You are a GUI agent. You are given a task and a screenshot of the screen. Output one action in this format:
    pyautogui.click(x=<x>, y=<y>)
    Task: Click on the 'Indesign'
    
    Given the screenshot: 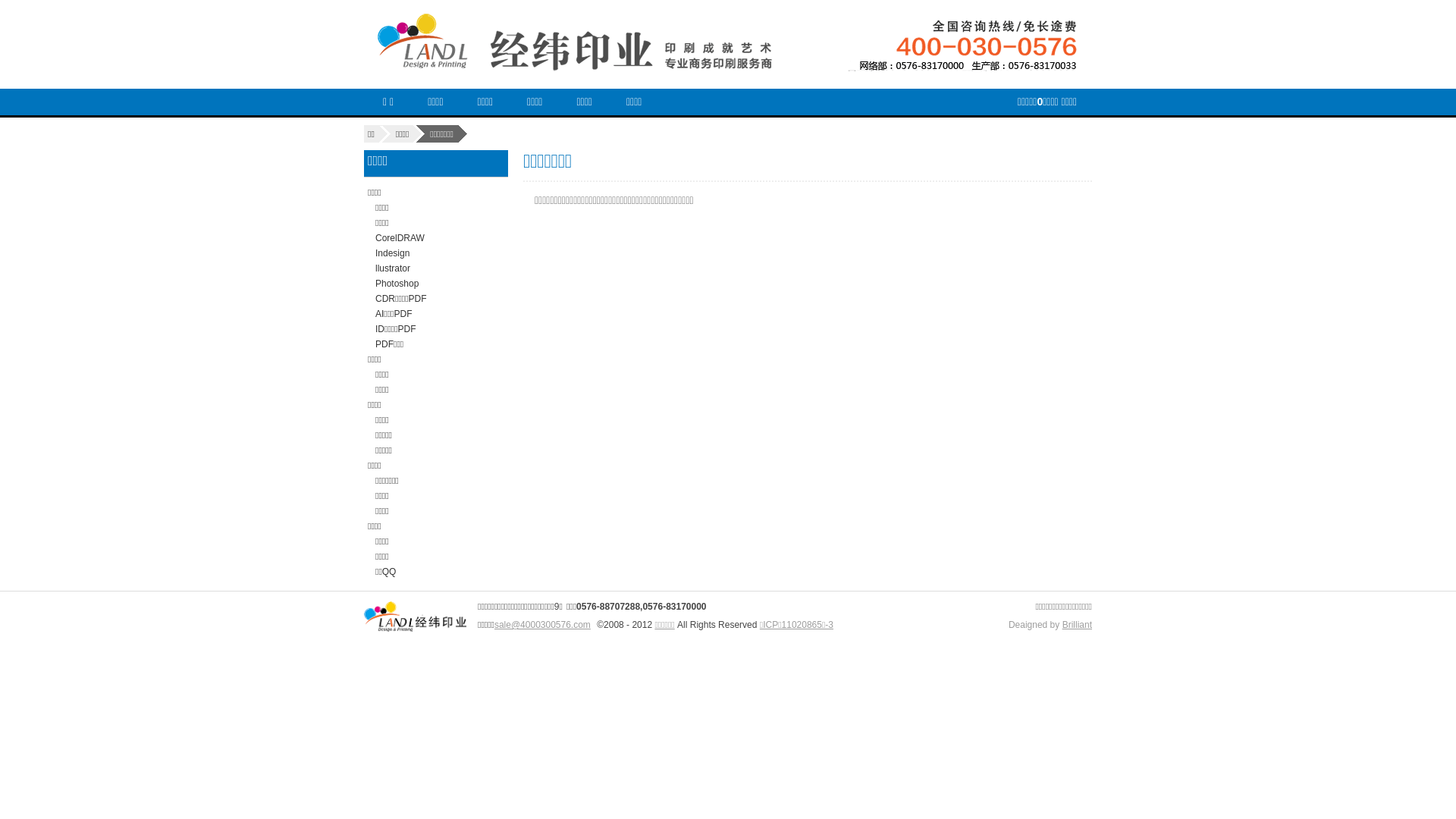 What is the action you would take?
    pyautogui.click(x=392, y=253)
    